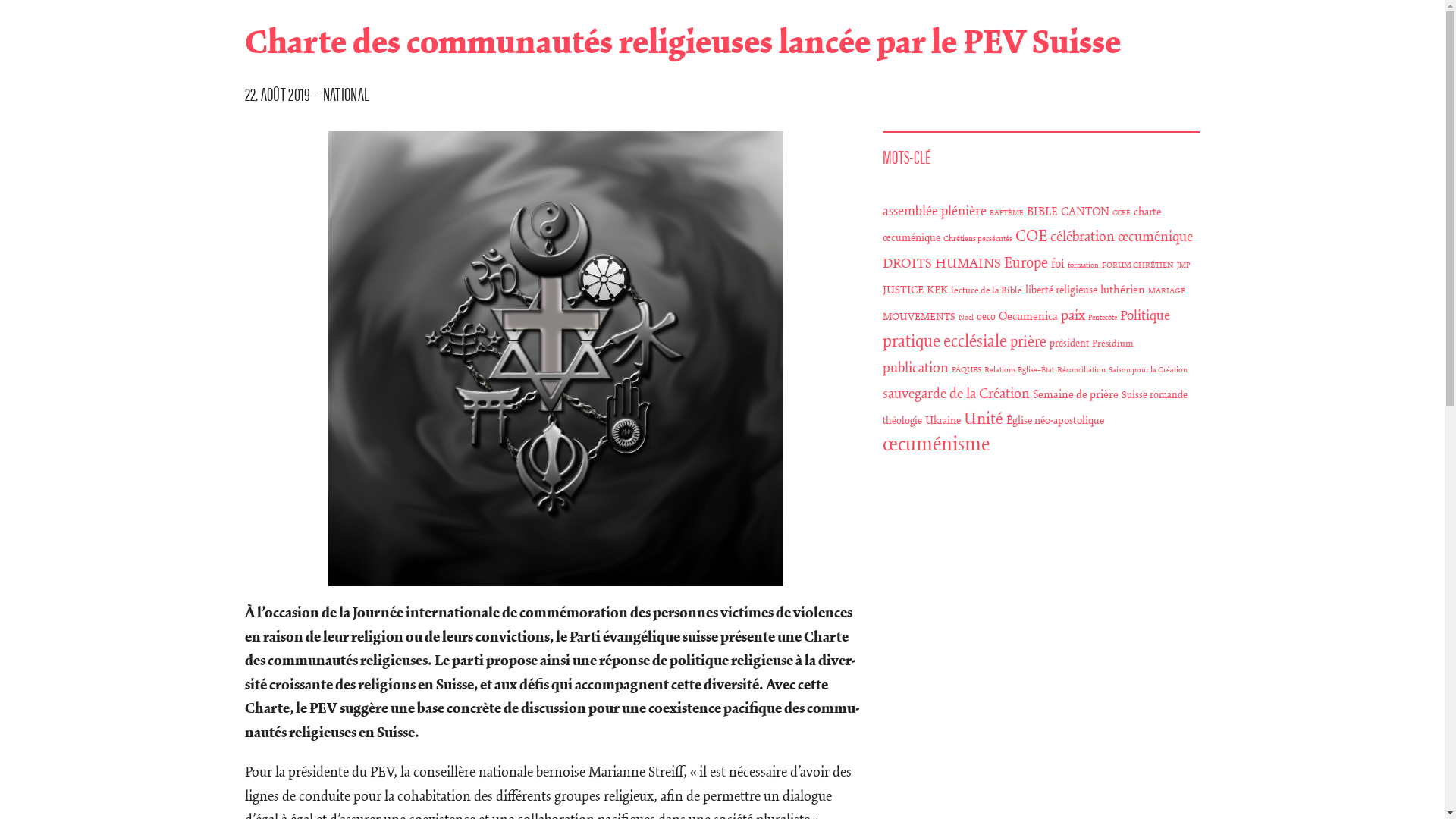 This screenshot has height=819, width=1456. I want to click on 'KEK', so click(926, 290).